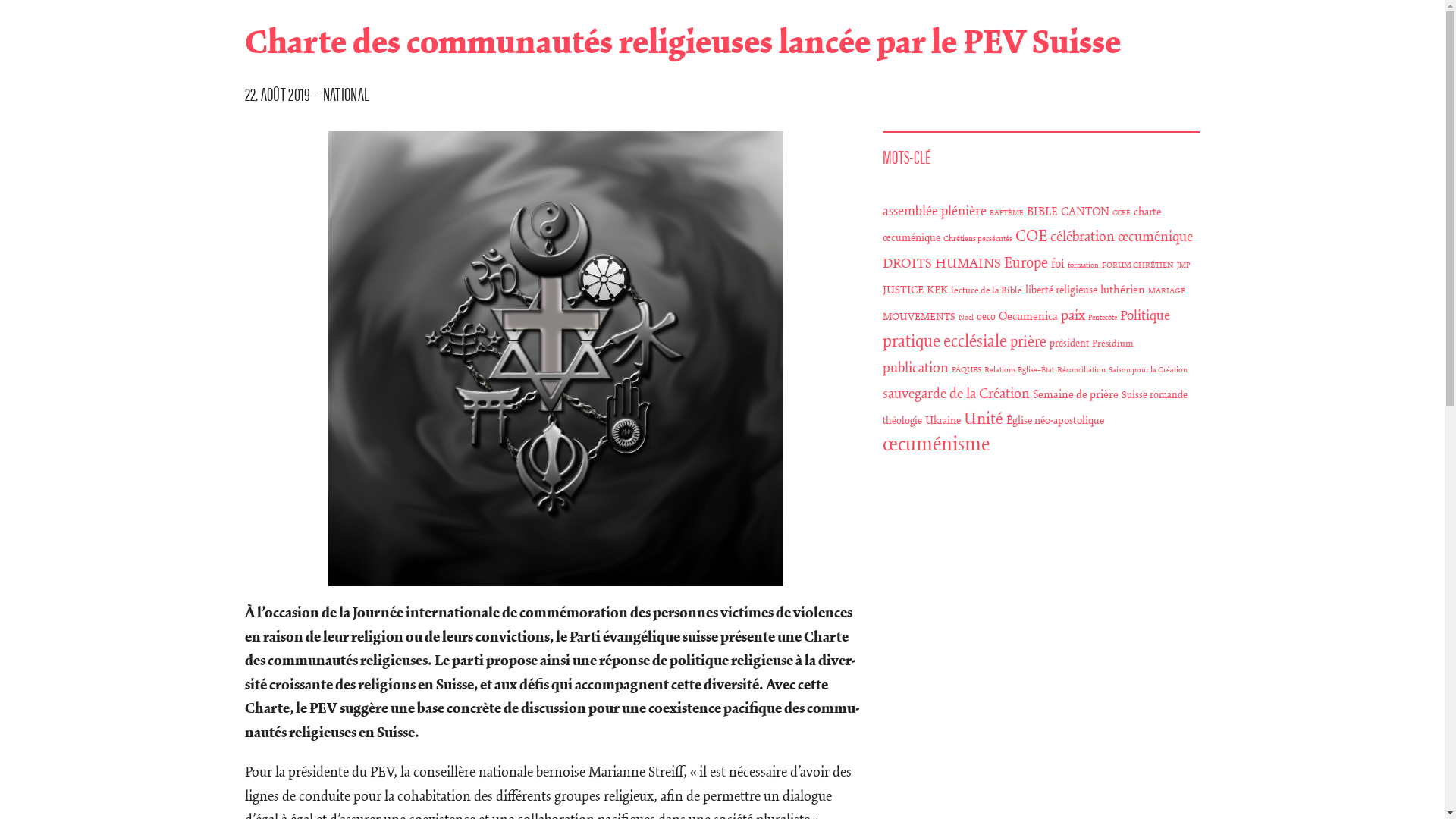 This screenshot has height=819, width=1456. I want to click on 'KEK', so click(926, 290).